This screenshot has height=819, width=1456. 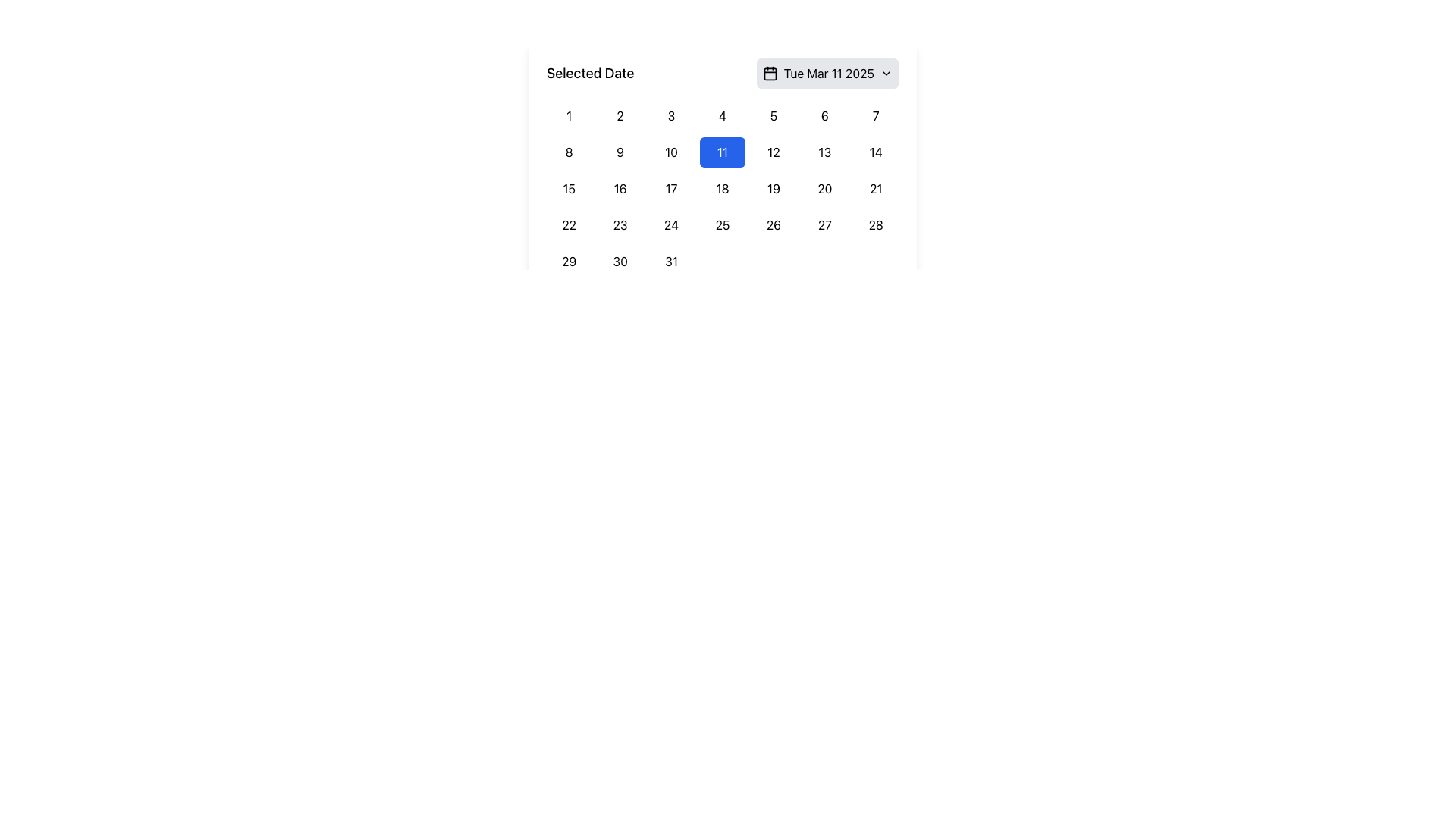 I want to click on the small rectangular button labeled '2' located in the first row and second column of the calendar grid, so click(x=620, y=115).